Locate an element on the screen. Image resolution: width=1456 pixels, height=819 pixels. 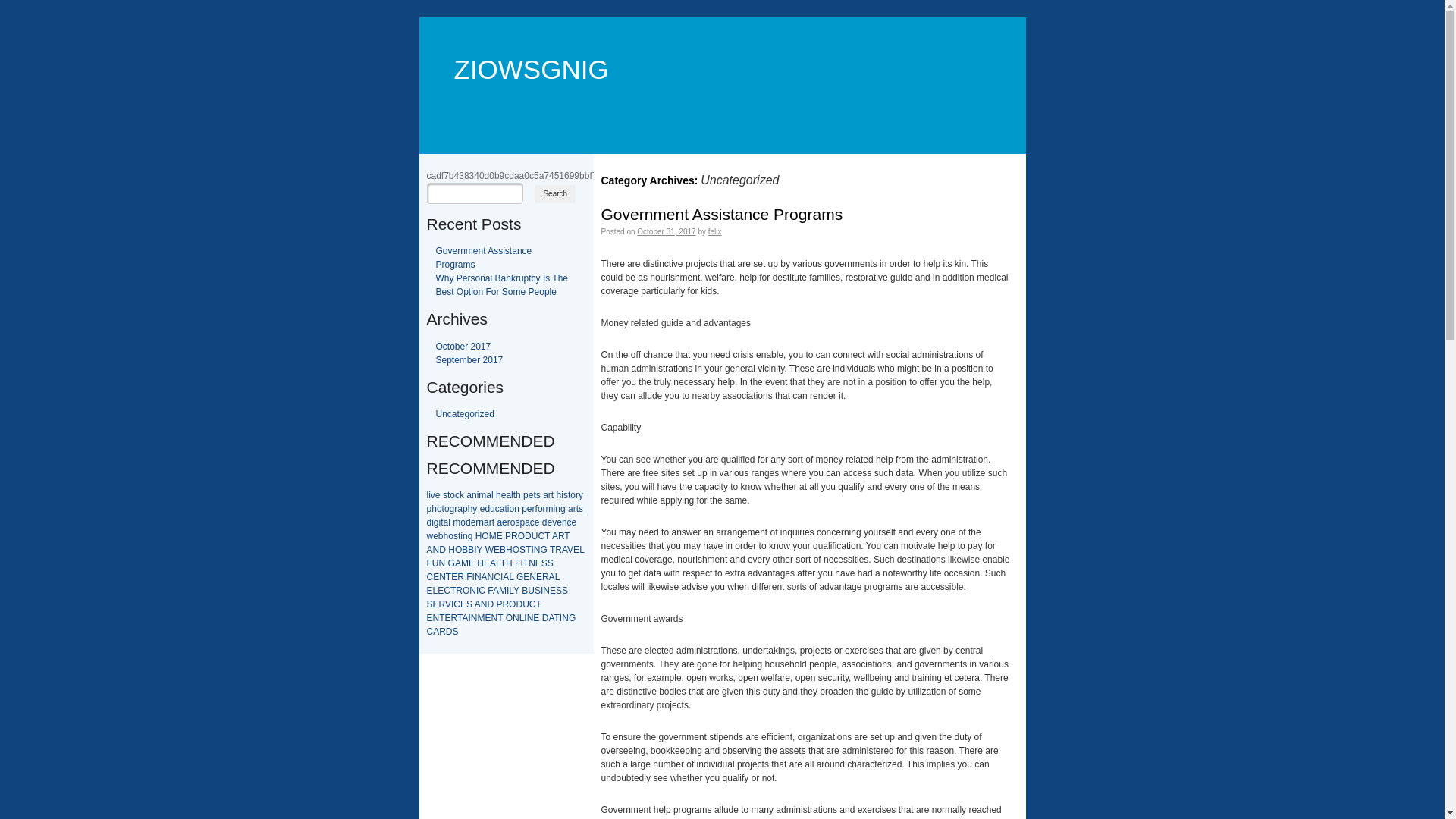
'Uncategorized' is located at coordinates (463, 414).